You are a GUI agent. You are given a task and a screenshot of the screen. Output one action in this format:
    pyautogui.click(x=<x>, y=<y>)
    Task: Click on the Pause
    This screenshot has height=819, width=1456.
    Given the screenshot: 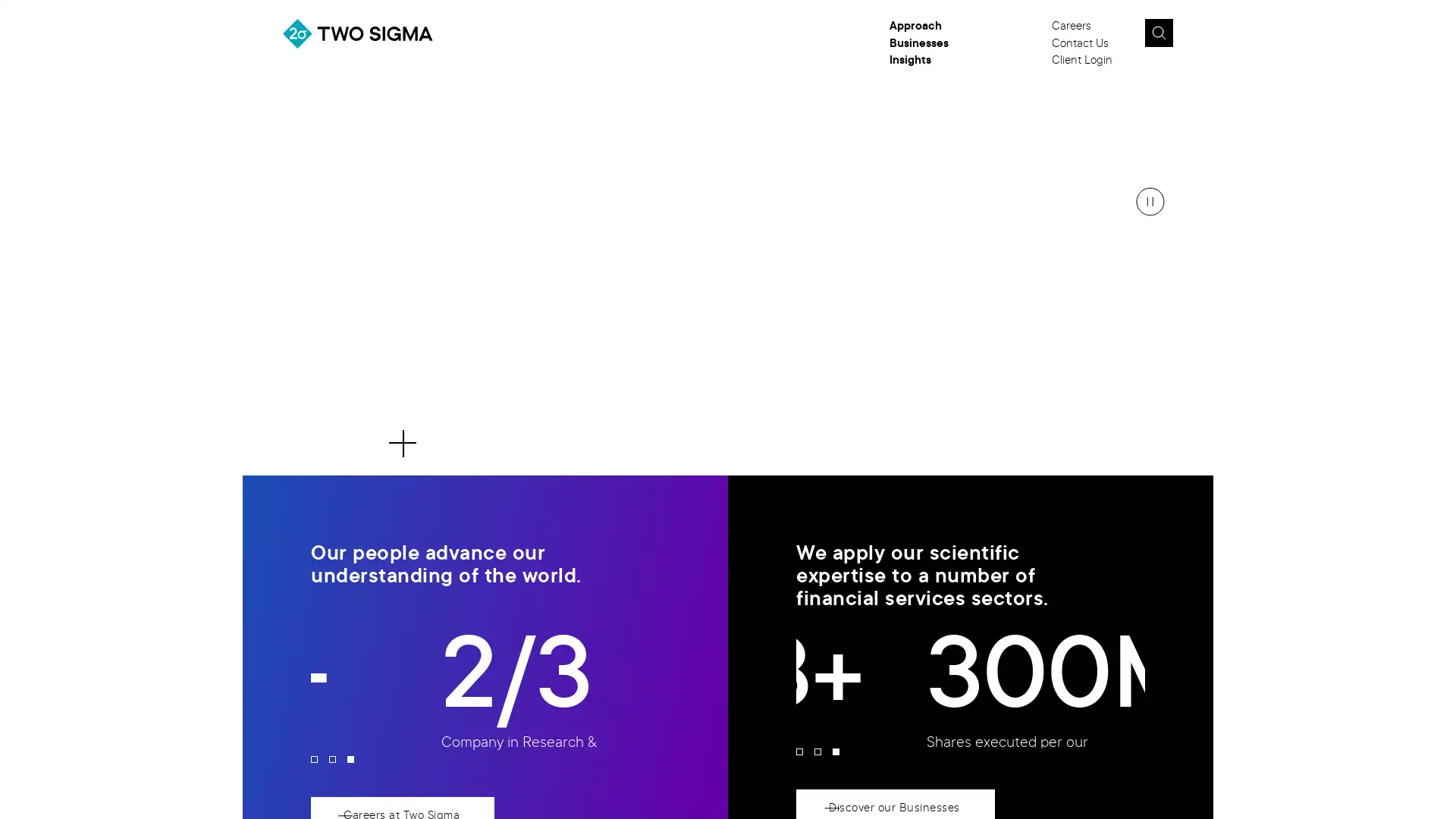 What is the action you would take?
    pyautogui.click(x=1150, y=201)
    